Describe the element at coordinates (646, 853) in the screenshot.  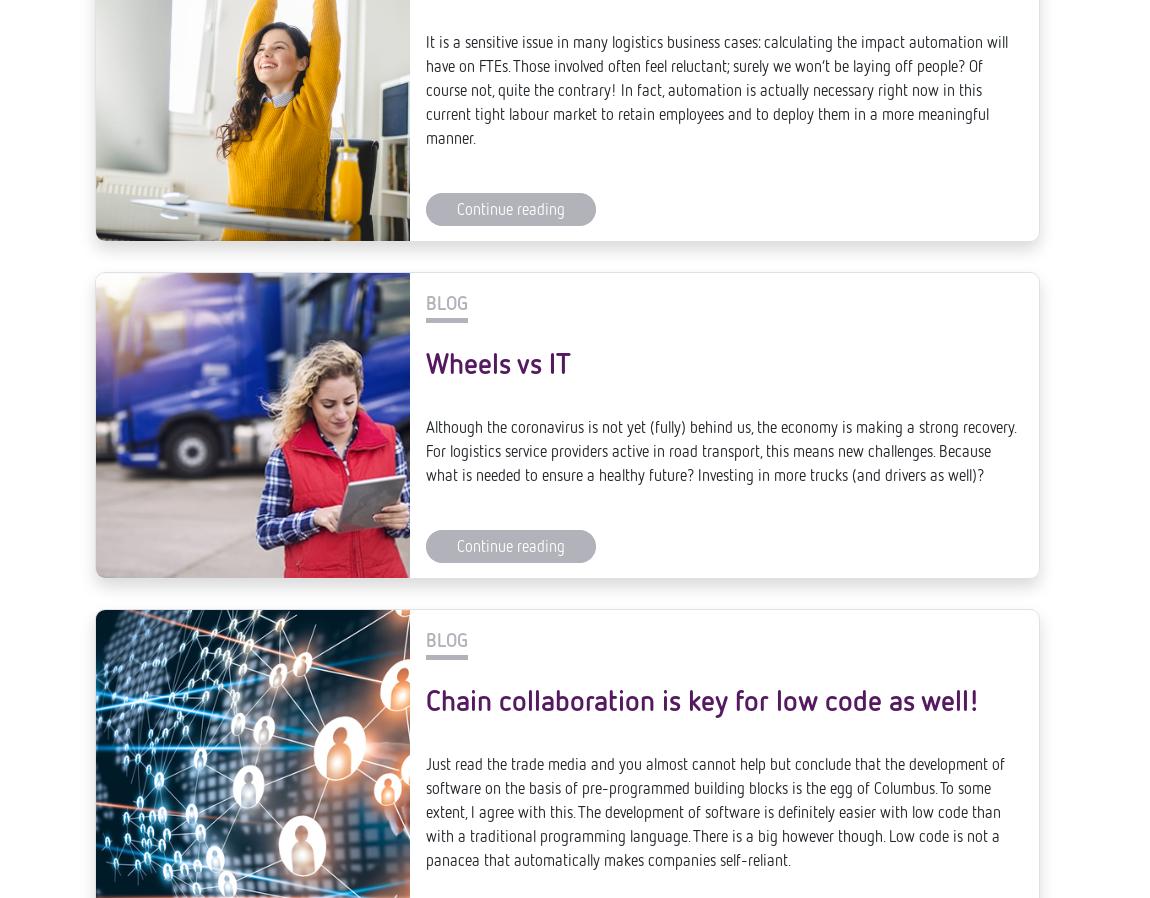
I see `'About Us'` at that location.